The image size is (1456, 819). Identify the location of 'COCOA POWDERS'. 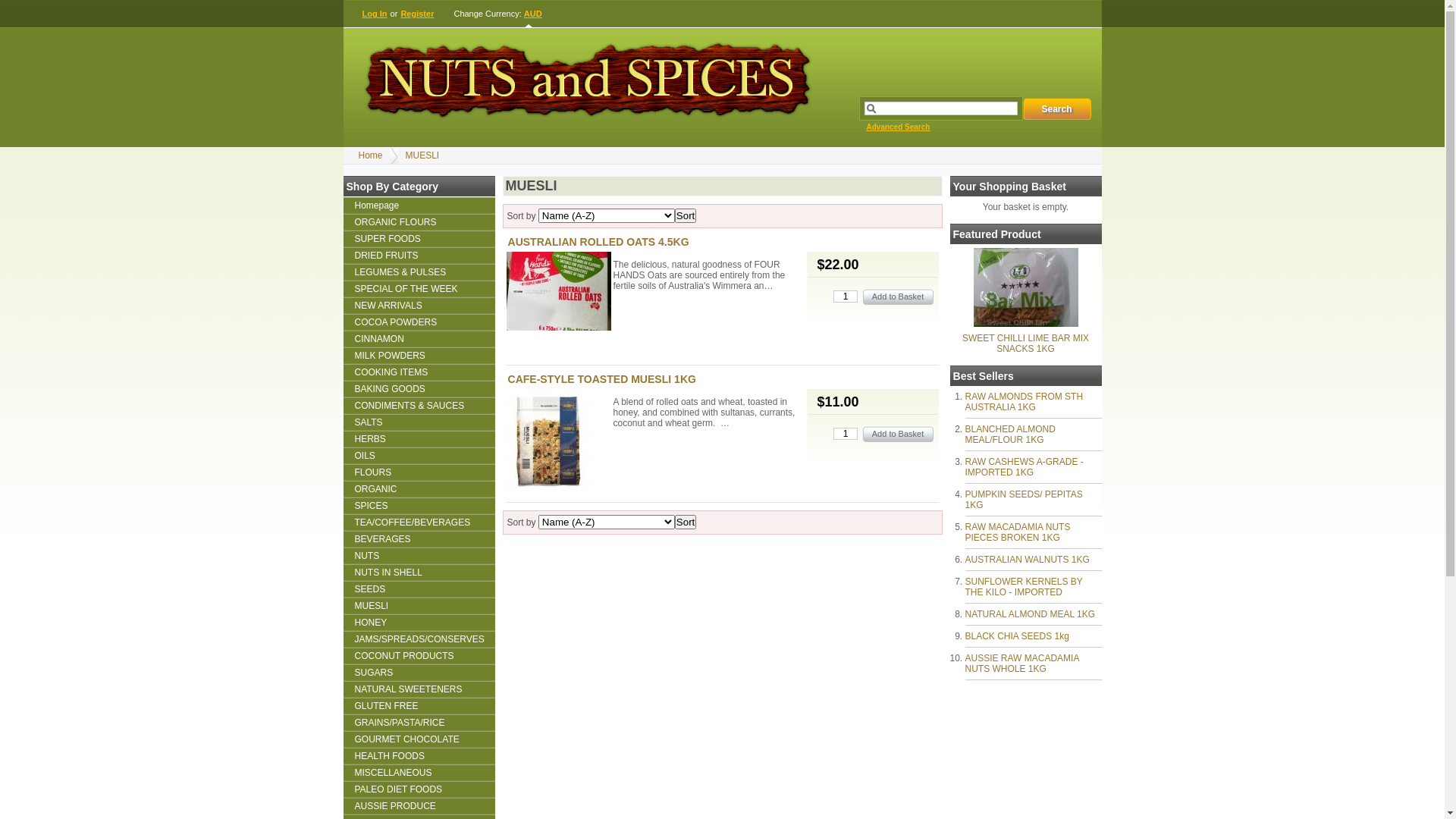
(419, 321).